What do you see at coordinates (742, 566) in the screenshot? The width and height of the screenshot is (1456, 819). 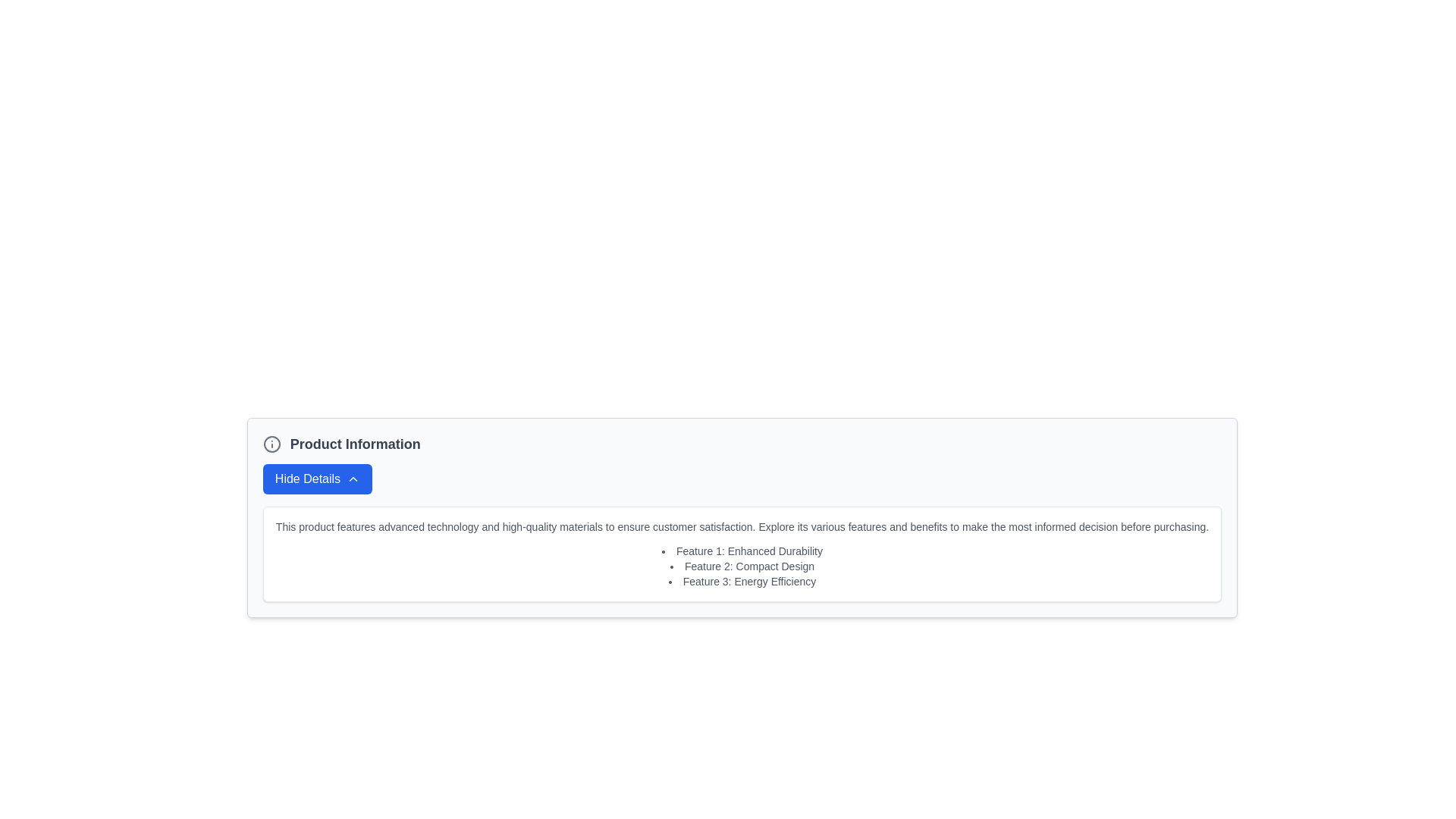 I see `text of the second item in the bulleted list, which states 'Feature 2: Compact Design', located in the 'Product Information' section` at bounding box center [742, 566].